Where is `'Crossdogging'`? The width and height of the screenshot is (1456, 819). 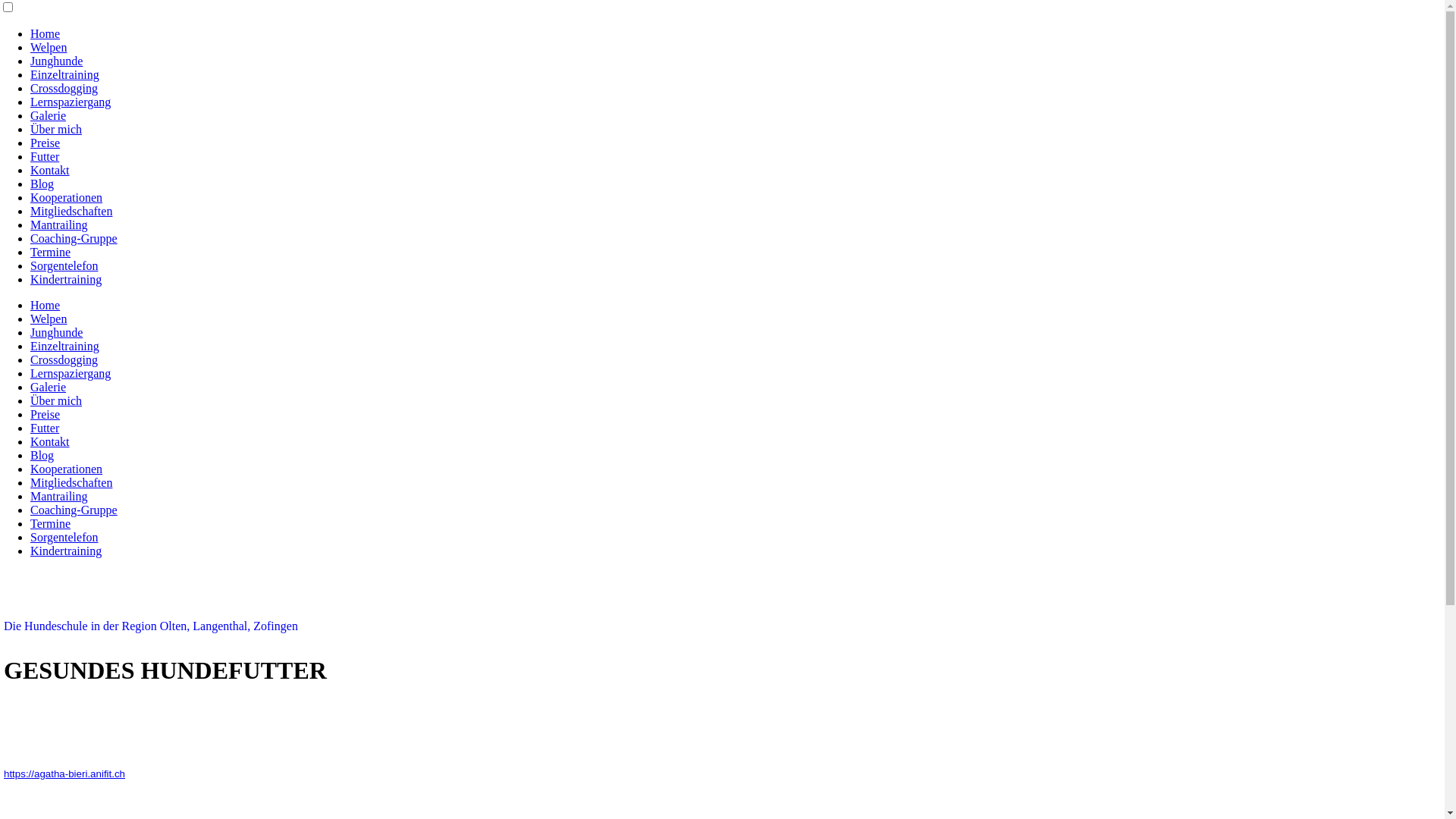 'Crossdogging' is located at coordinates (63, 88).